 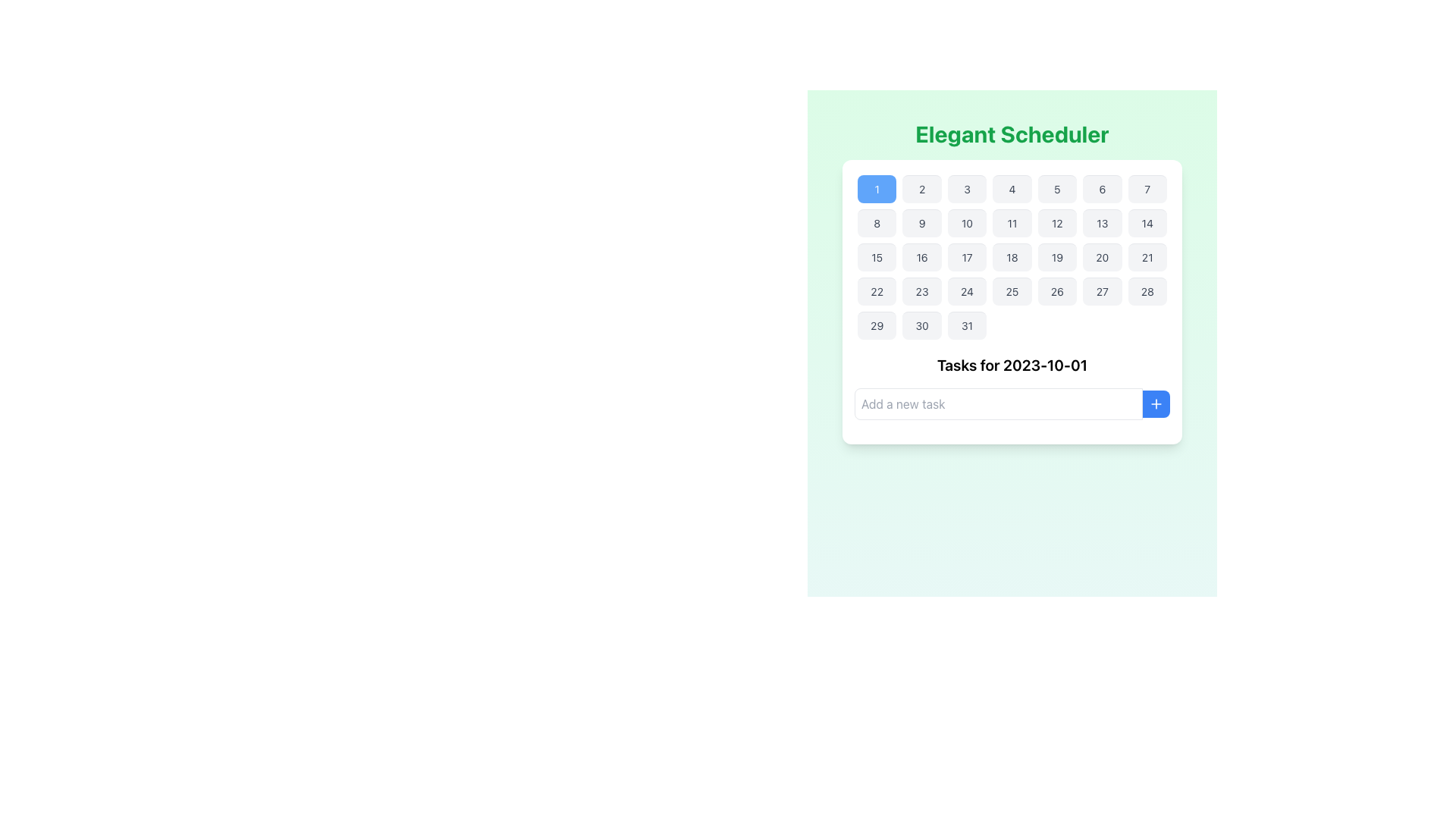 I want to click on the selectable day button representing the third day of the month in the calendar interface, so click(x=966, y=188).